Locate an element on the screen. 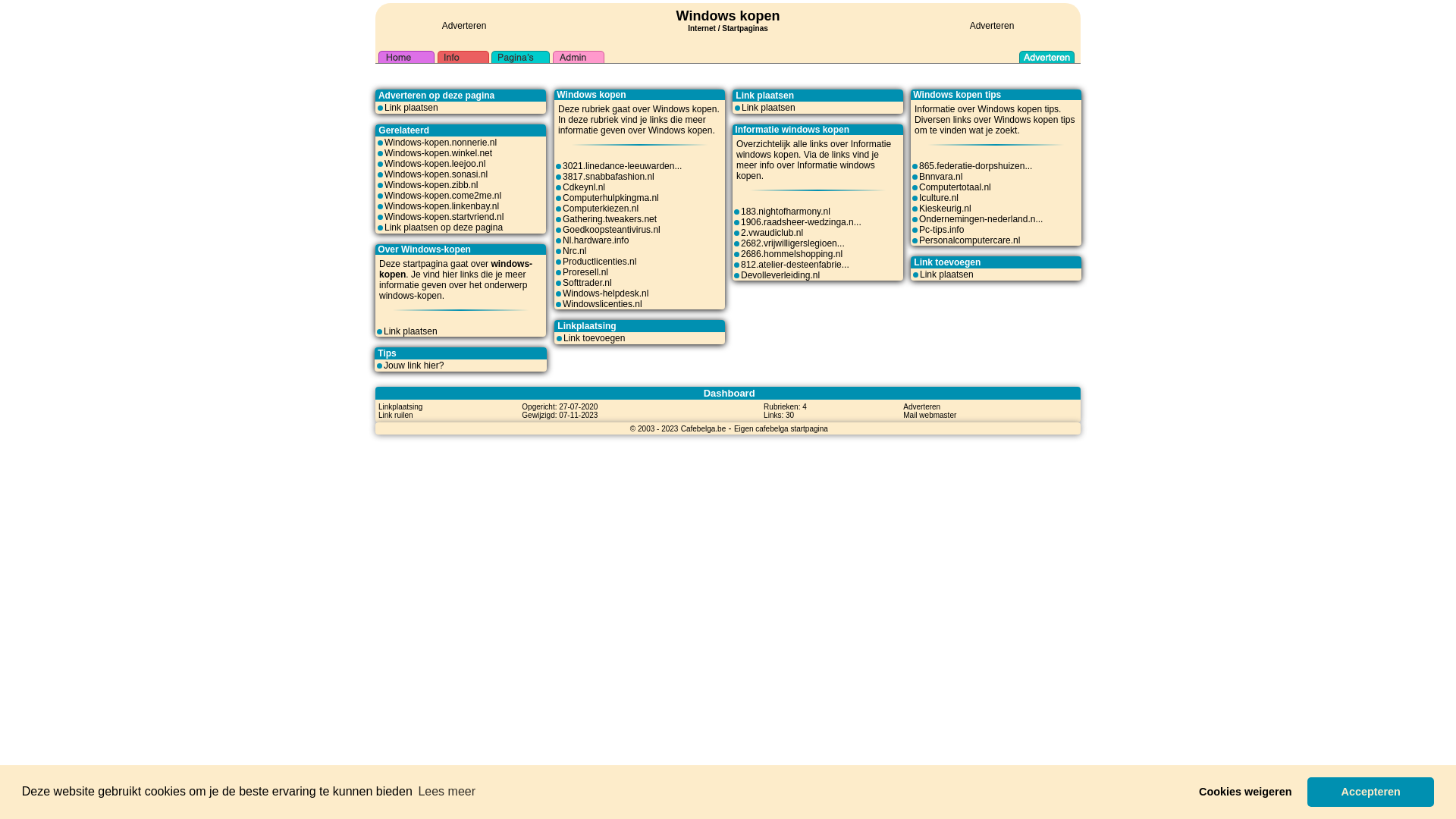  '2686.hommelshopping.nl' is located at coordinates (790, 253).